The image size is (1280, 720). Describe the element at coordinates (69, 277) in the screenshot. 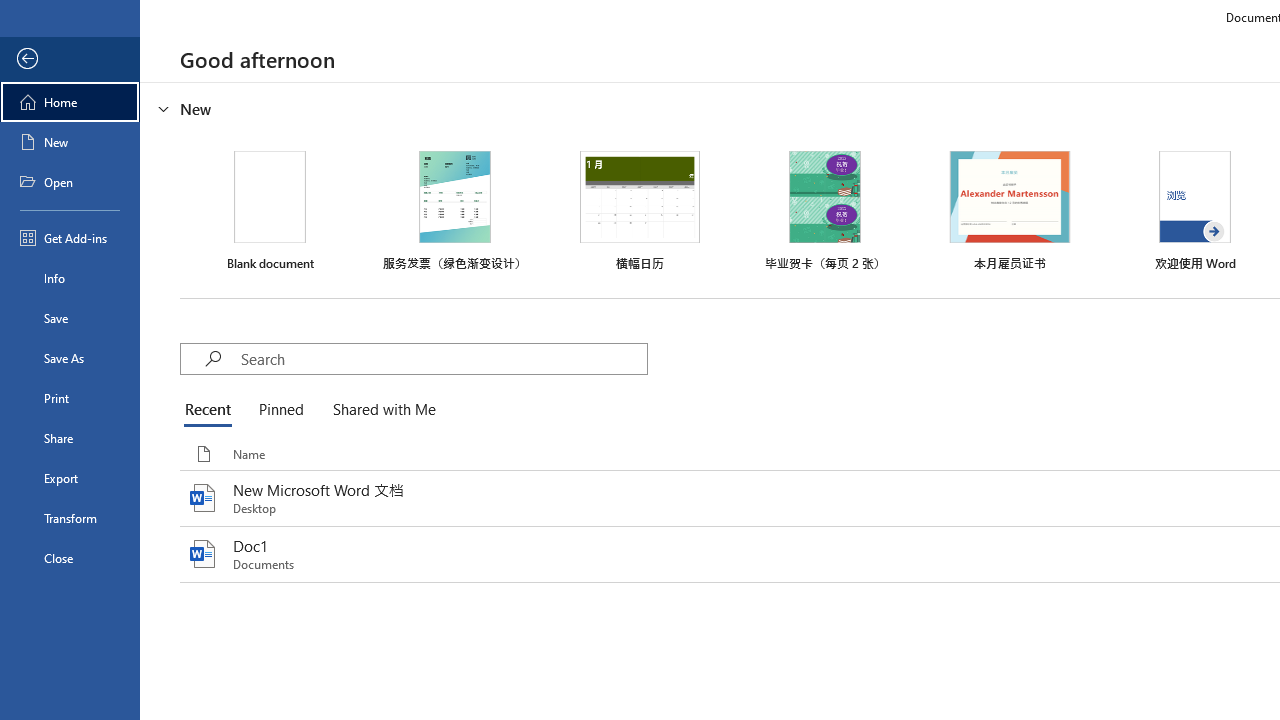

I see `'Info'` at that location.